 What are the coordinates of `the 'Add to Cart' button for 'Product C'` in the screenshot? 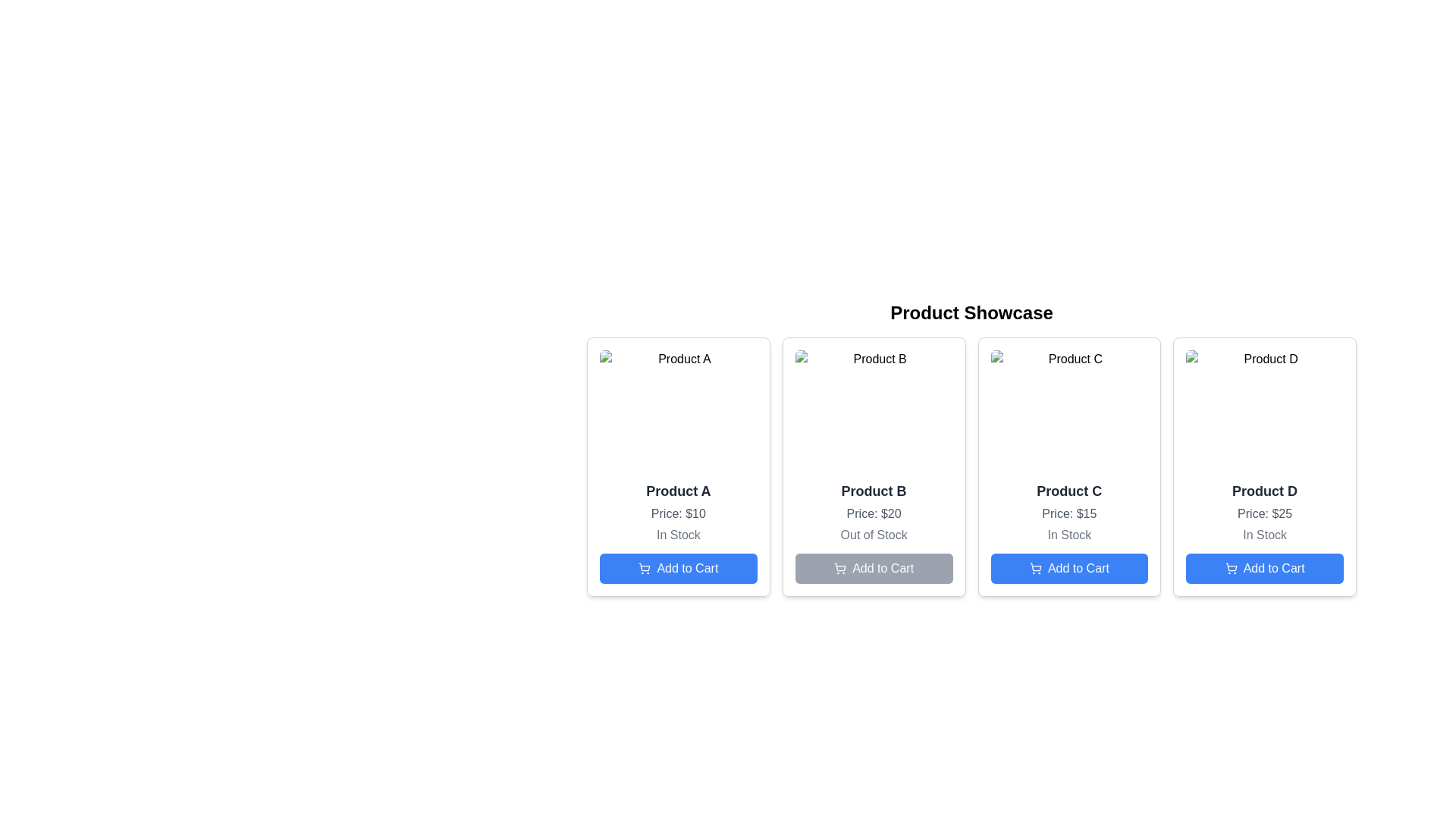 It's located at (1068, 568).